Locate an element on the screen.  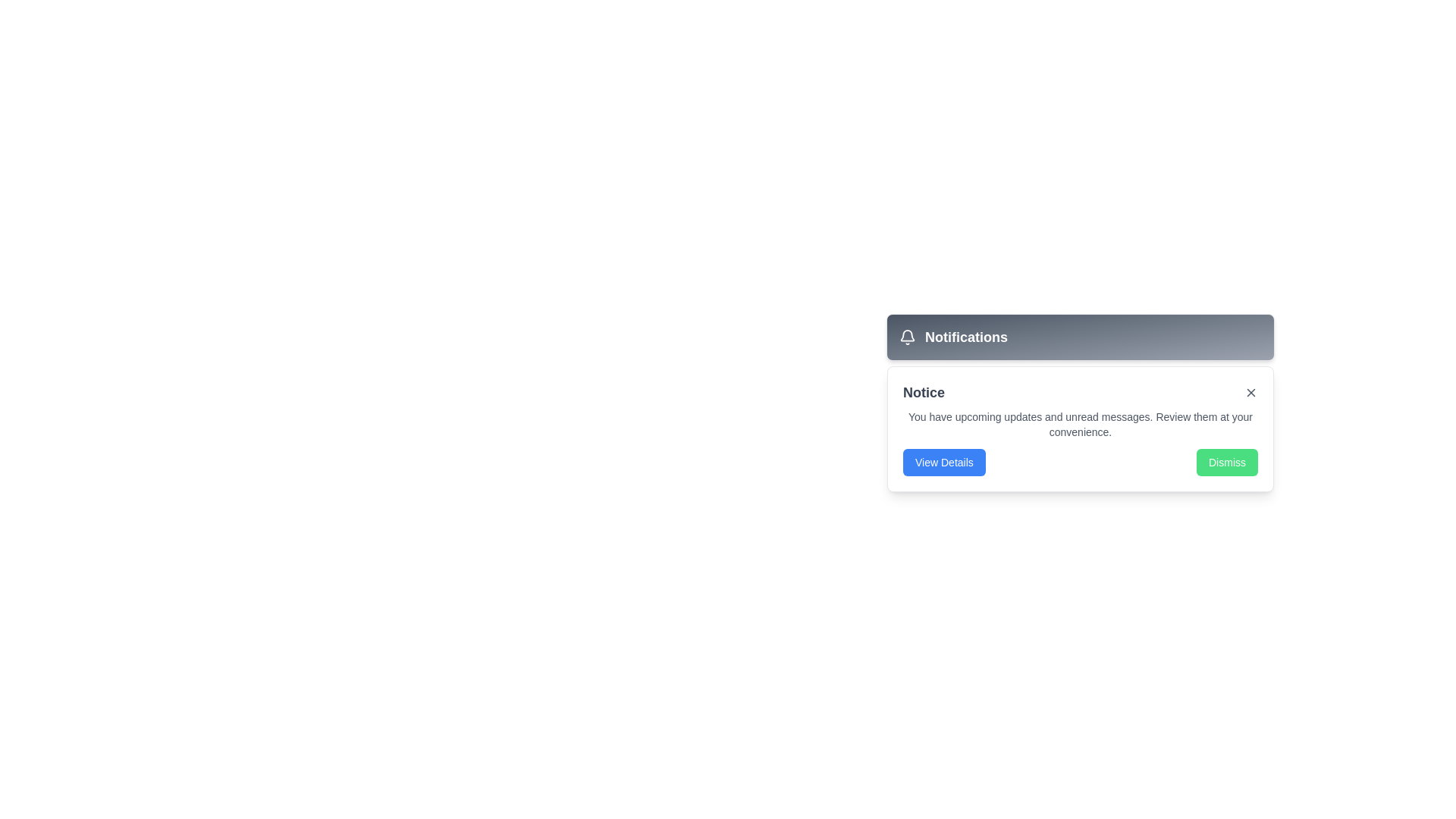
the close button (iconbutton) styled as an SVG graphic located in the top-right corner of the notification card to change its appearance is located at coordinates (1251, 391).